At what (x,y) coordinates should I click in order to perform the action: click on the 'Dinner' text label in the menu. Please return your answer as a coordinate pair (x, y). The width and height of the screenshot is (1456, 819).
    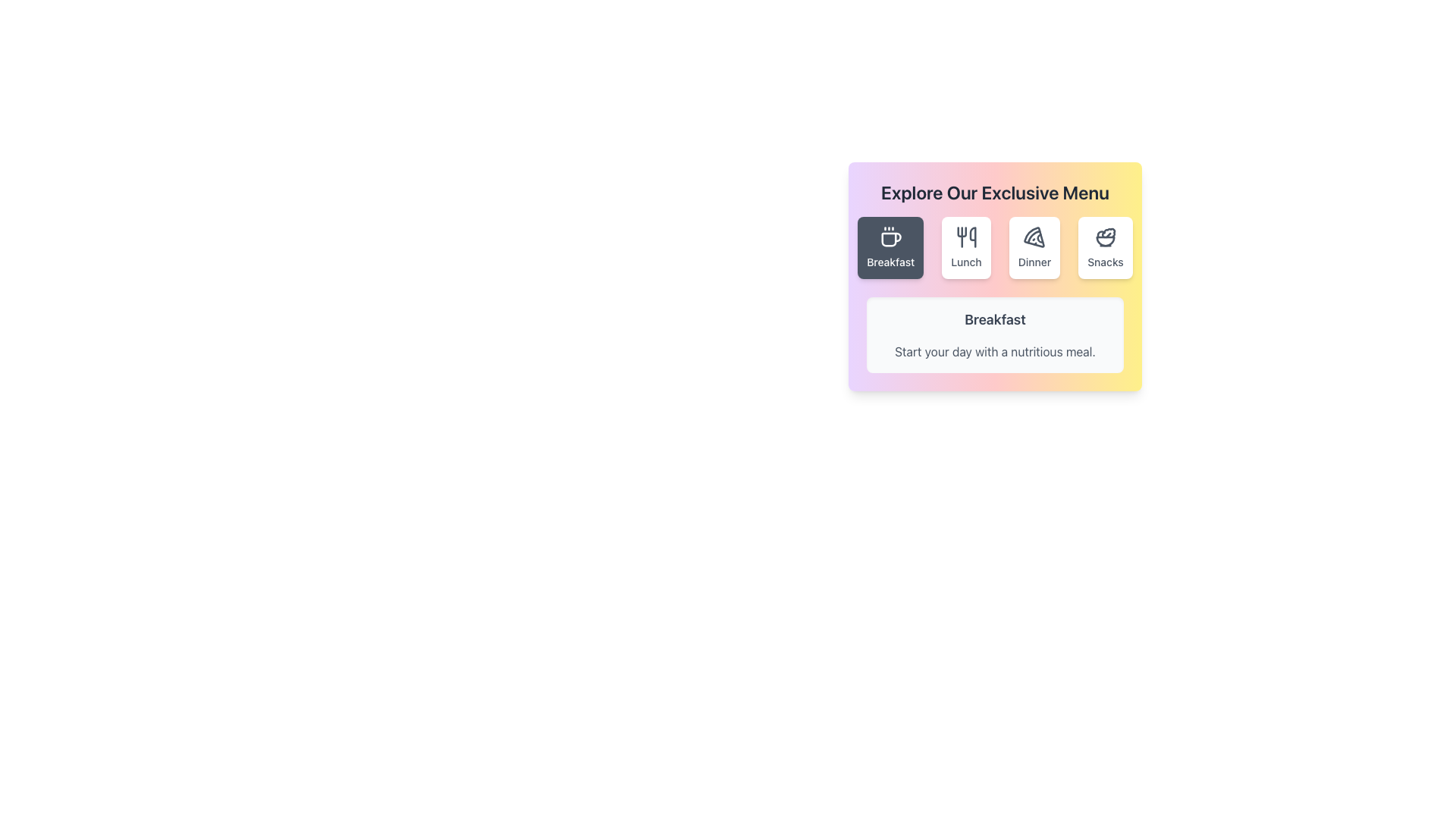
    Looking at the image, I should click on (1034, 262).